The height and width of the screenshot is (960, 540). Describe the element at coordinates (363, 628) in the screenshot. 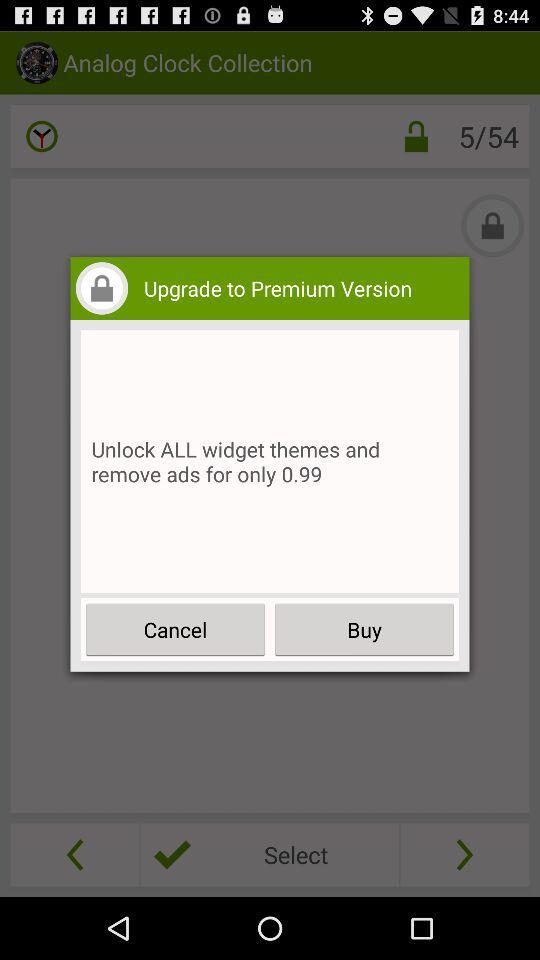

I see `buy` at that location.